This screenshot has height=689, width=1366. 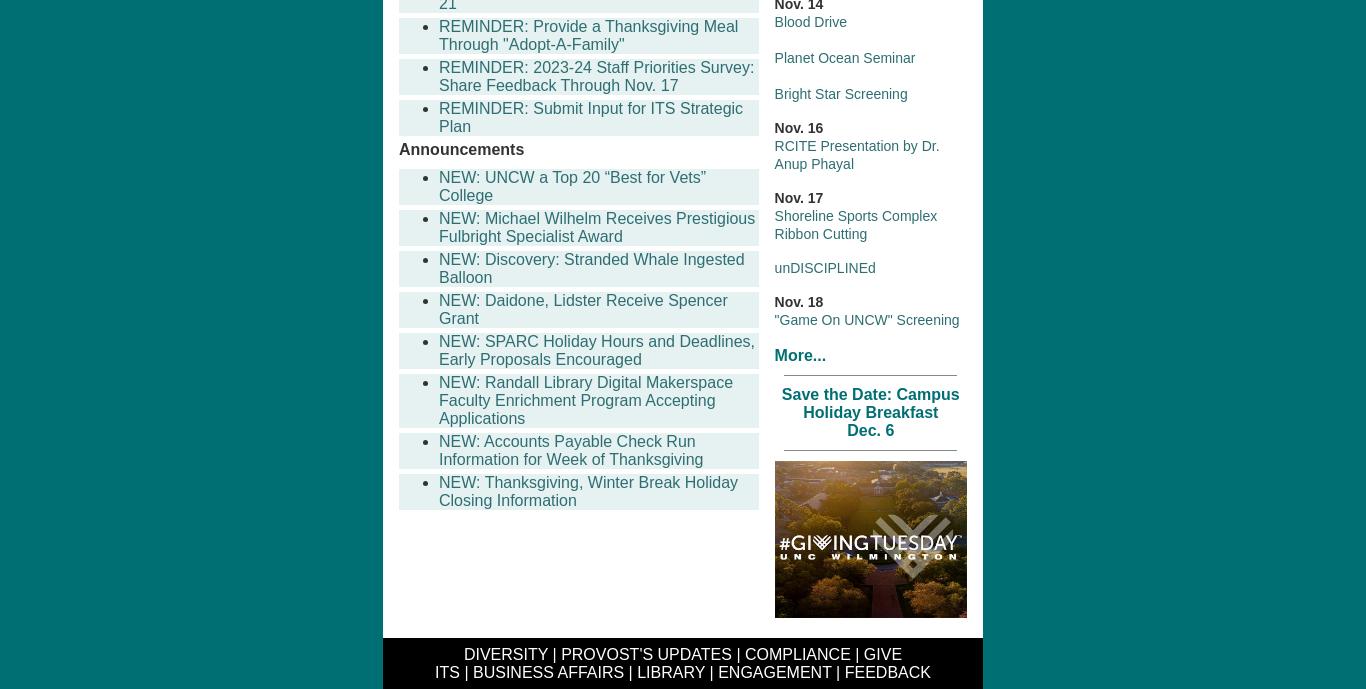 I want to click on 'Dec. 6', so click(x=869, y=428).